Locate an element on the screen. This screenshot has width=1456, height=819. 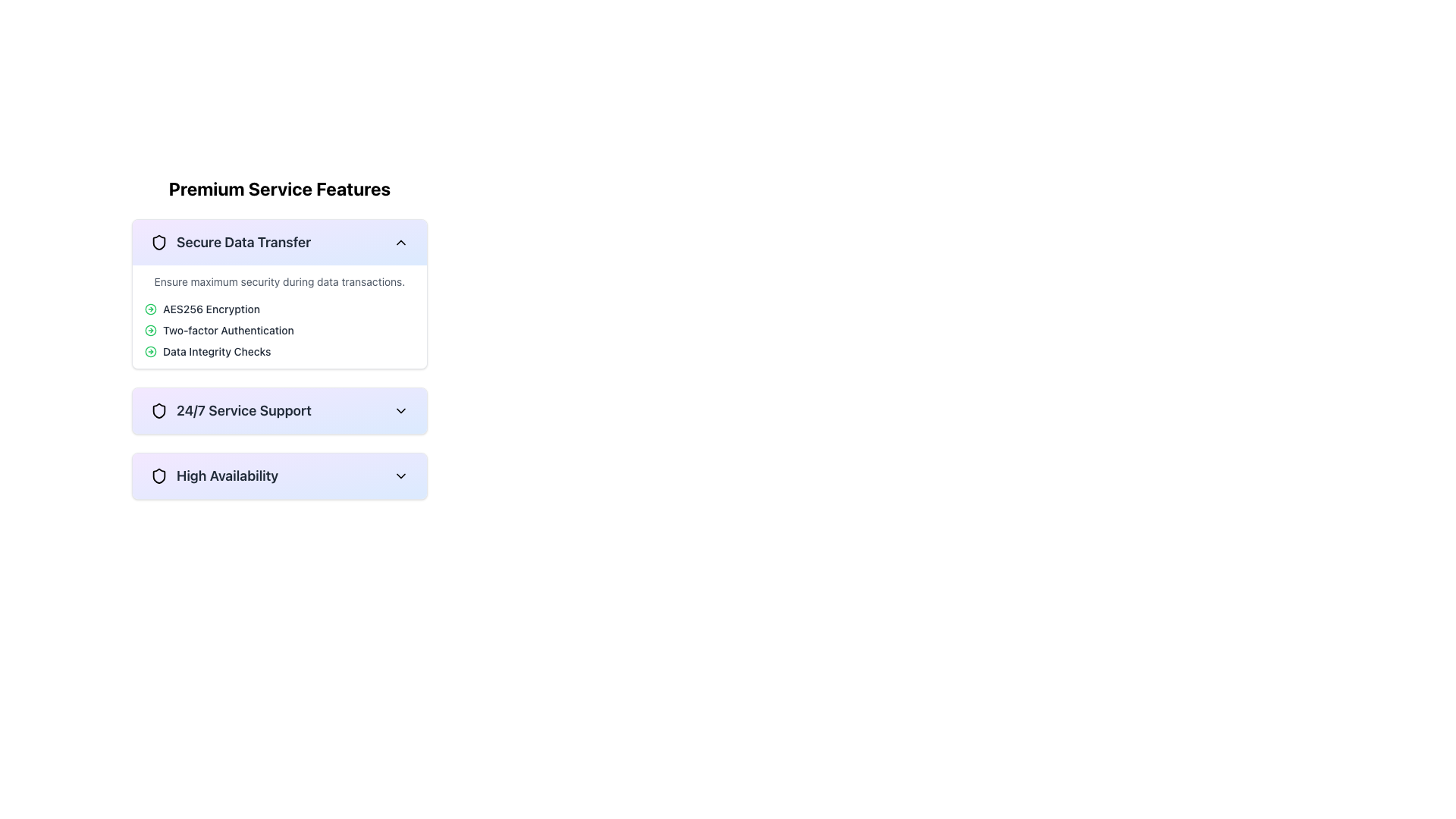
the circular decorative component within the 'Secure Data Transfer' icon for navigation is located at coordinates (150, 329).